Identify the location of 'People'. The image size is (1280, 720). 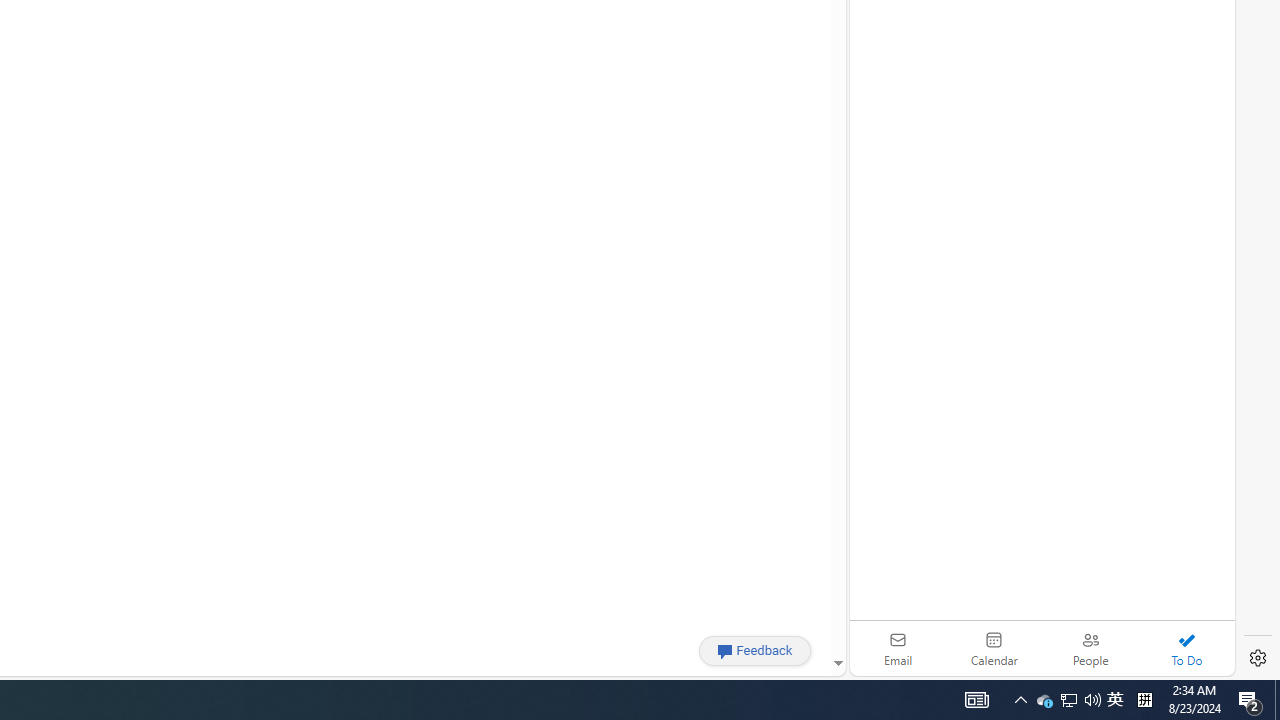
(1089, 648).